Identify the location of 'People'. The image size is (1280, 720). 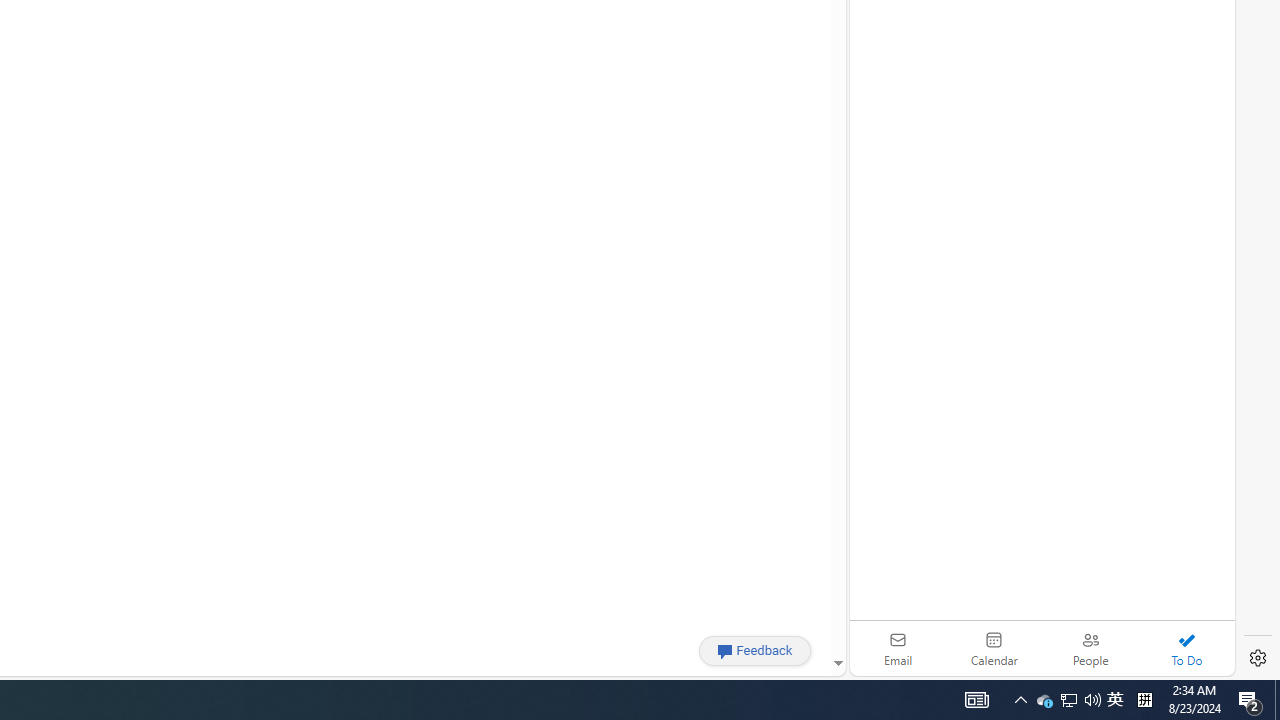
(1089, 648).